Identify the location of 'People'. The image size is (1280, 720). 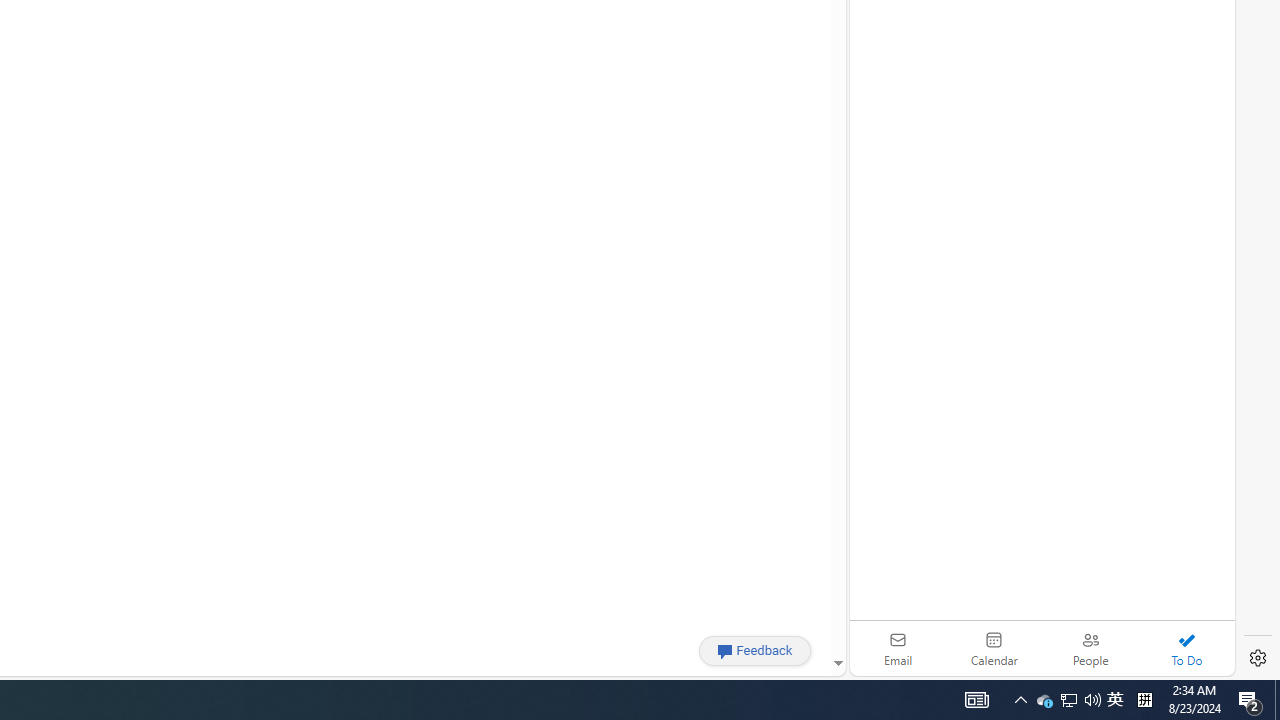
(1089, 648).